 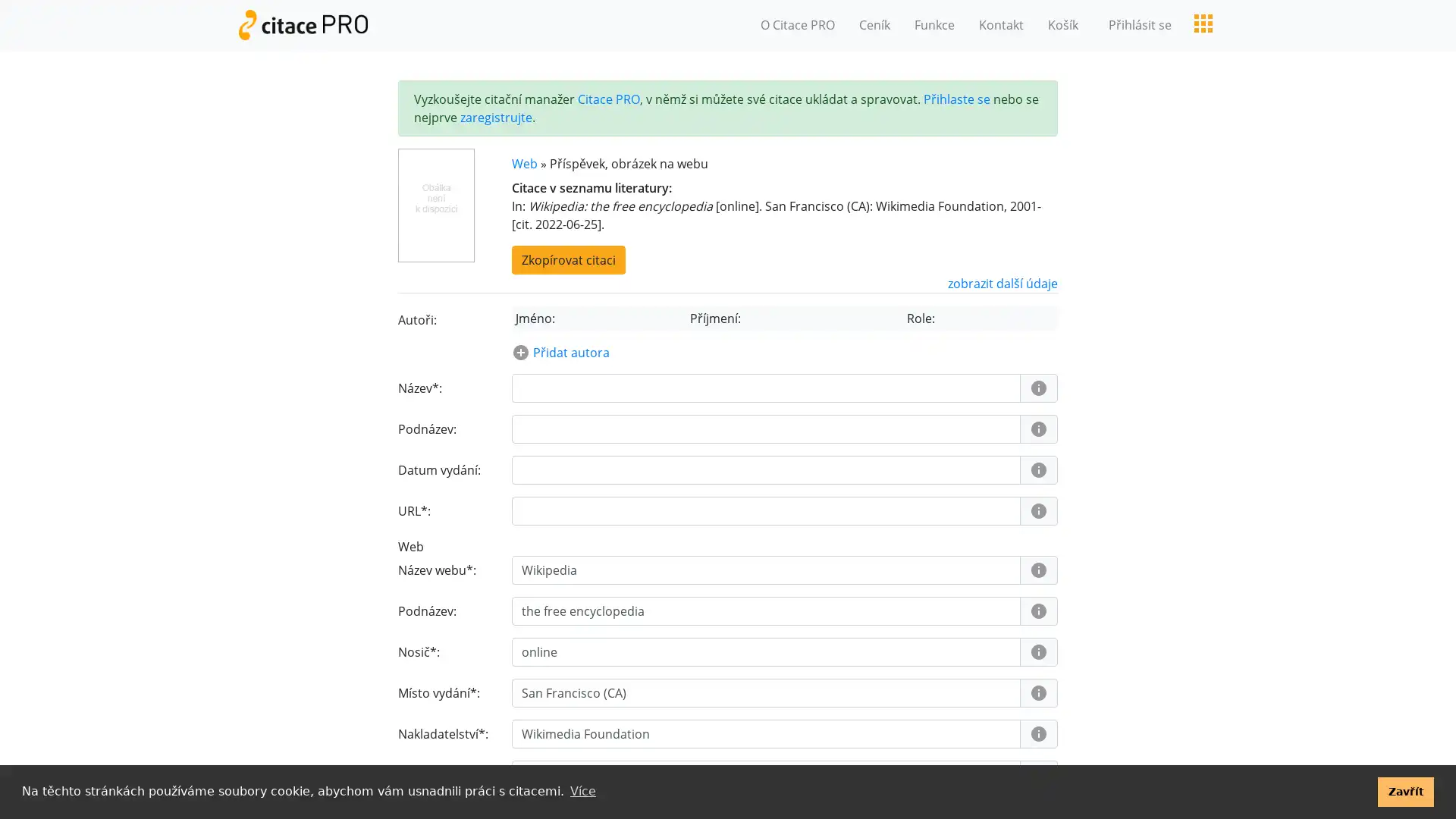 I want to click on learn more about cookies, so click(x=582, y=791).